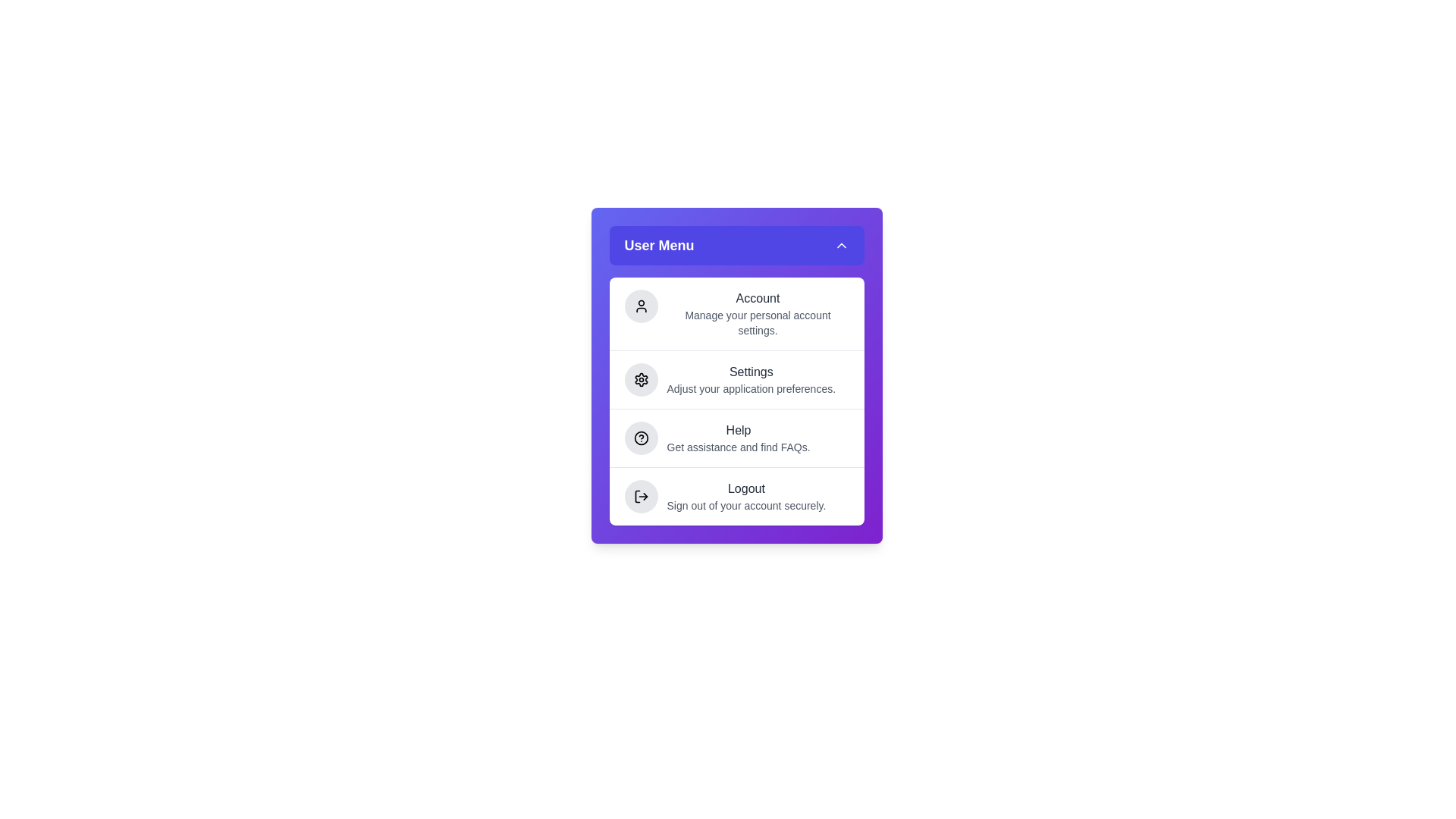 Image resolution: width=1456 pixels, height=819 pixels. Describe the element at coordinates (736, 496) in the screenshot. I see `the menu item Logout to view its highlight effect` at that location.